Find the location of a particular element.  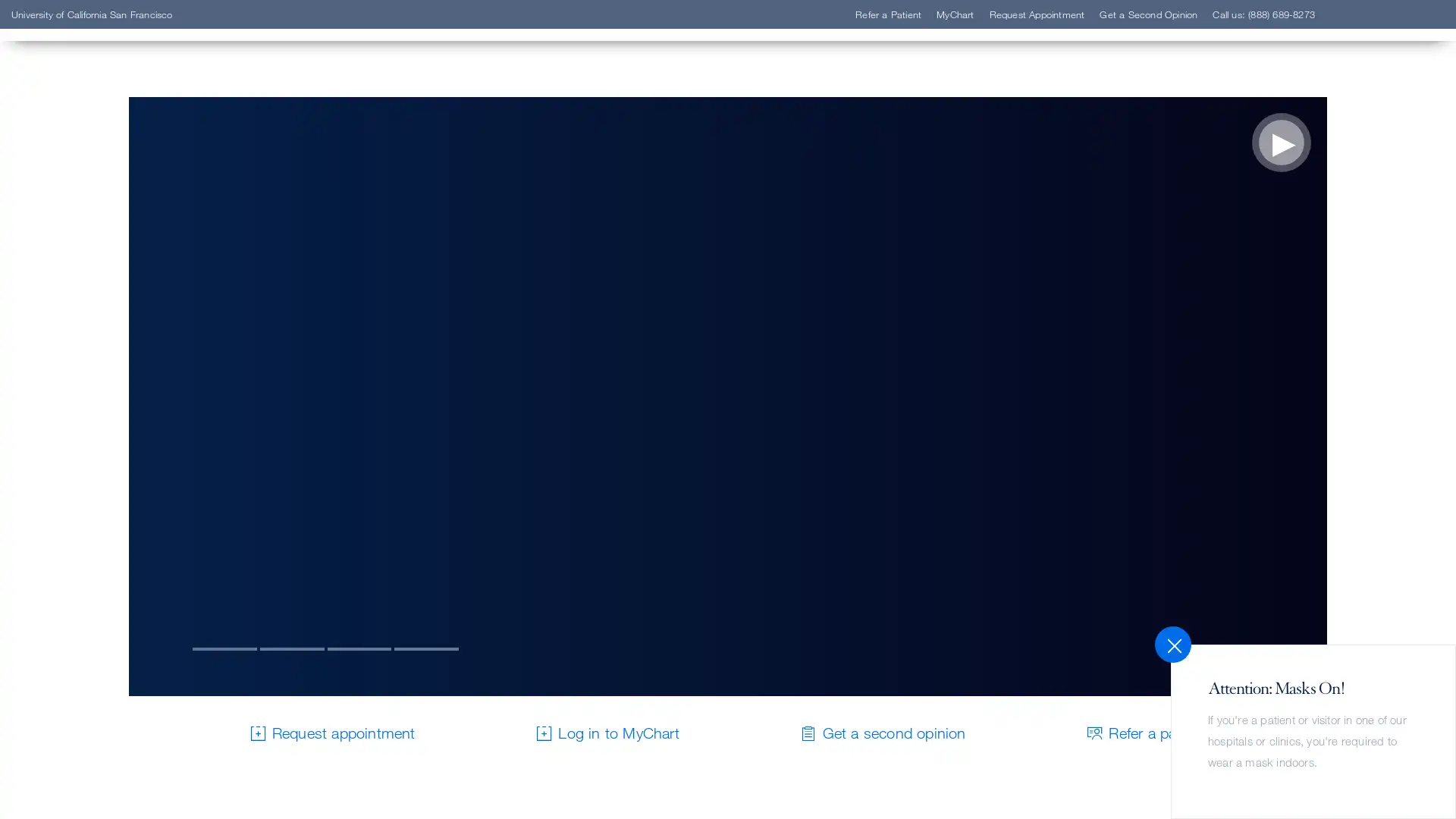

Clinics is located at coordinates (82, 268).